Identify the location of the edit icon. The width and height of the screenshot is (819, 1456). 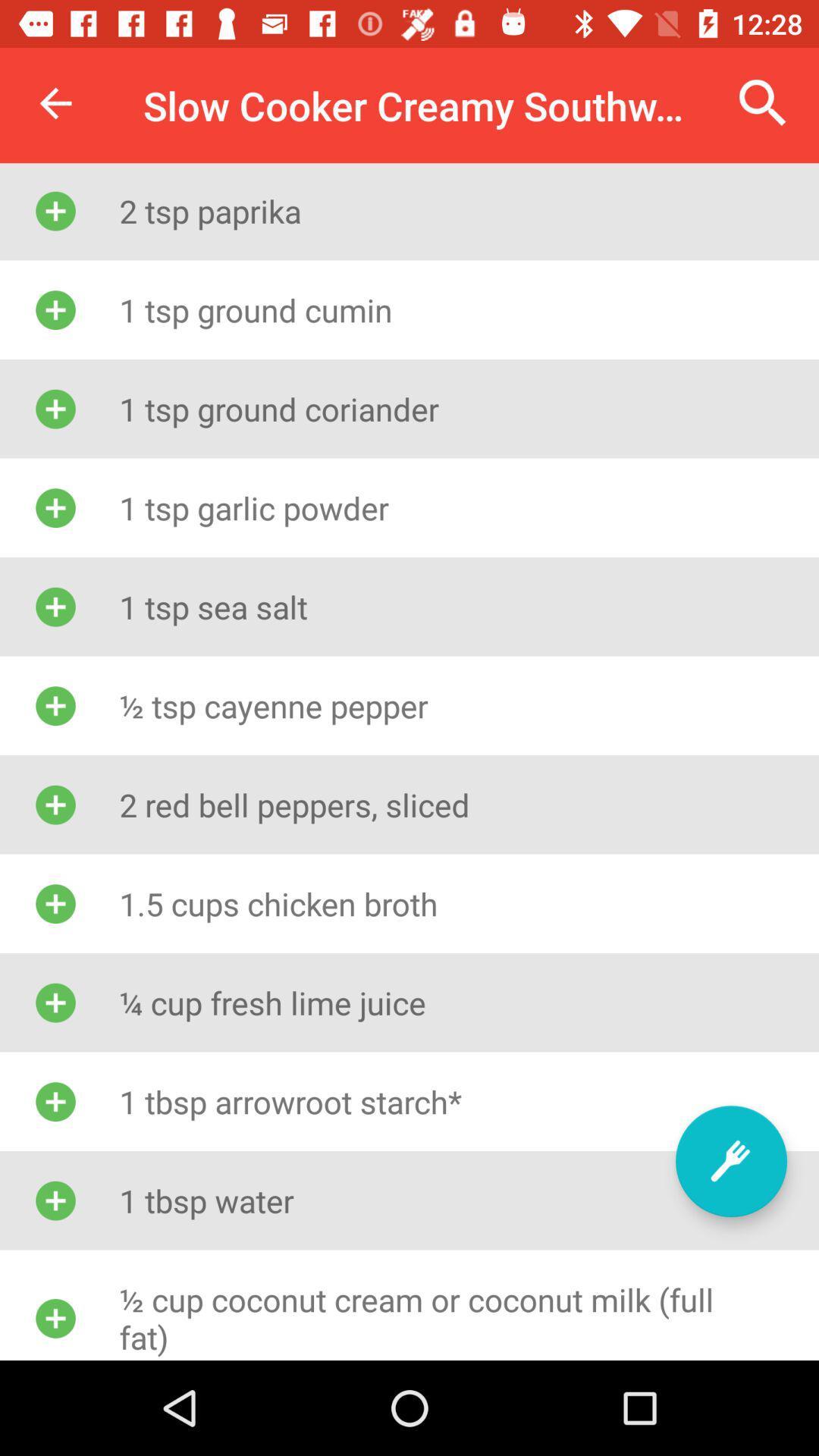
(730, 1160).